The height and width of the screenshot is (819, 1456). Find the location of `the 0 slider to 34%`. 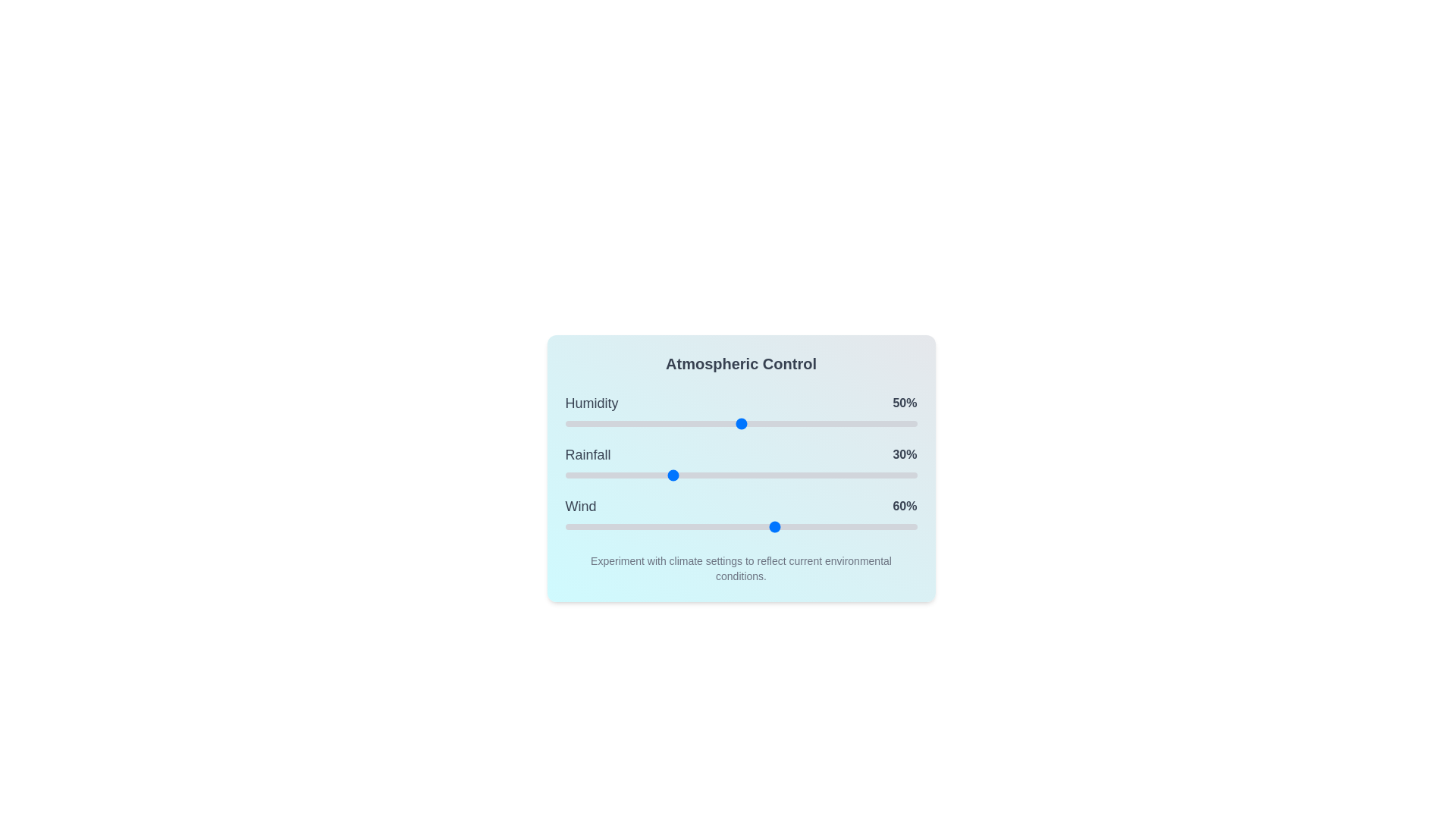

the 0 slider to 34% is located at coordinates (684, 424).